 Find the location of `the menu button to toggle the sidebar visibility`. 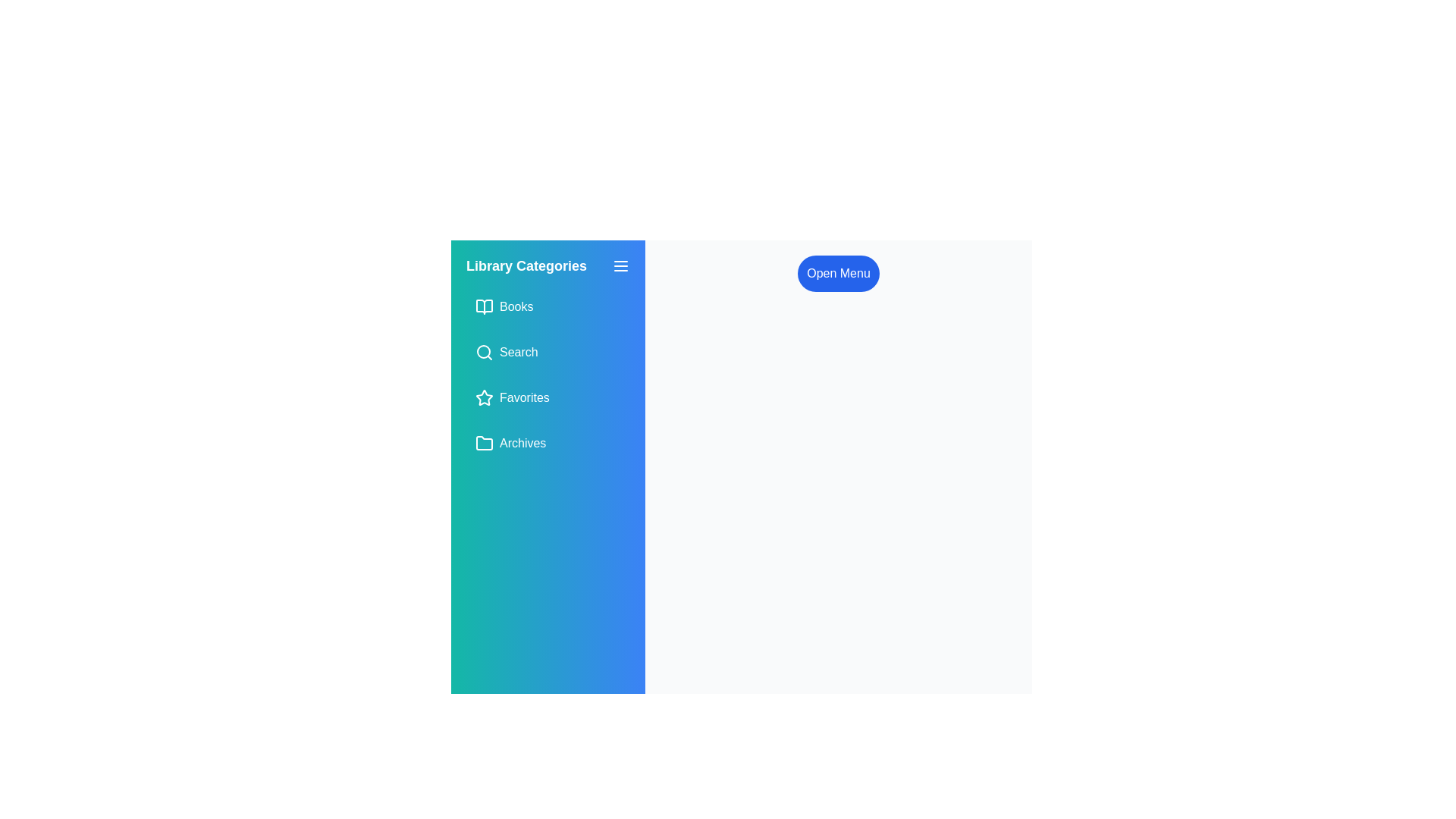

the menu button to toggle the sidebar visibility is located at coordinates (621, 265).